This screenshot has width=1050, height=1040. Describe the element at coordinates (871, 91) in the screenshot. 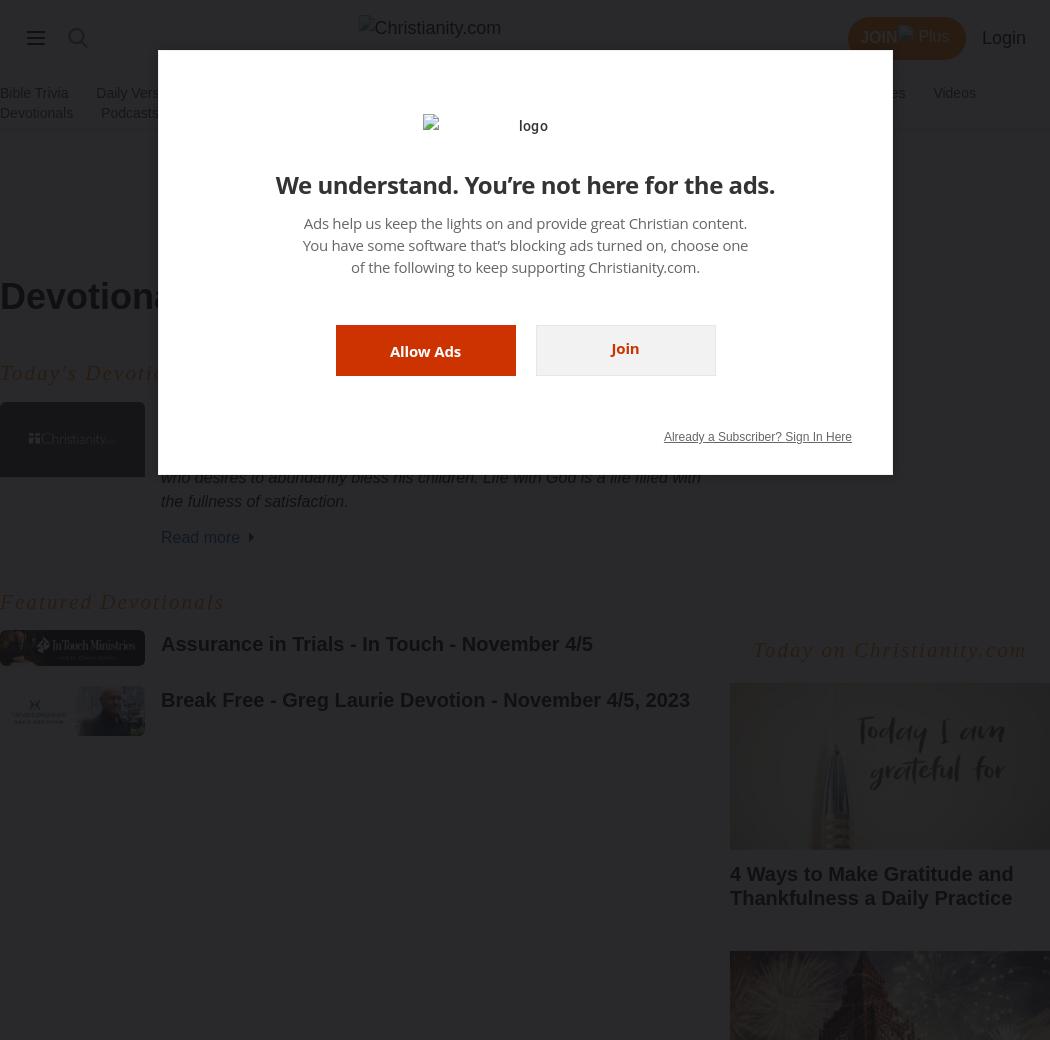

I see `'End Times'` at that location.